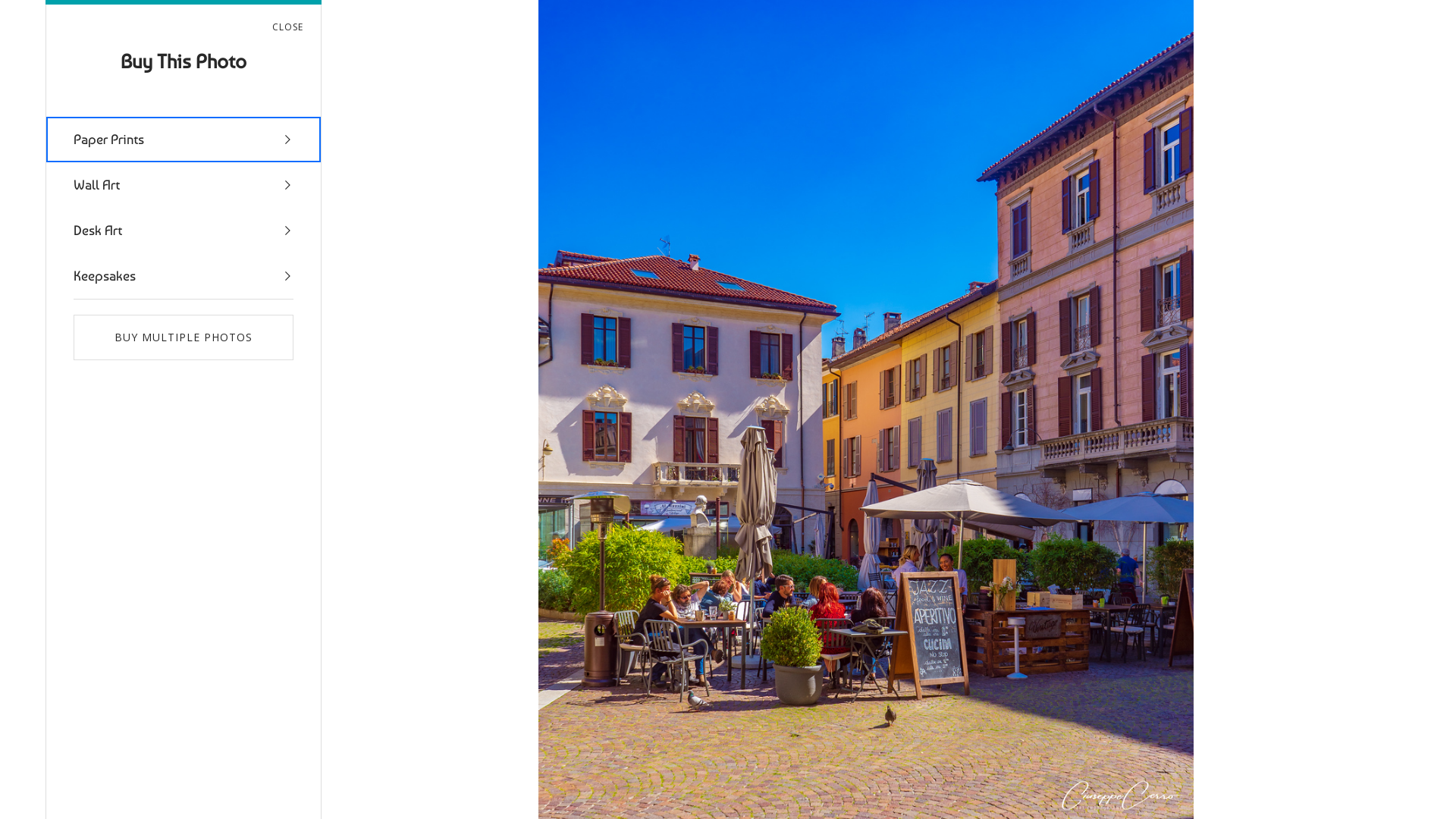 The width and height of the screenshot is (1456, 819). I want to click on 'Paper Prints', so click(182, 140).